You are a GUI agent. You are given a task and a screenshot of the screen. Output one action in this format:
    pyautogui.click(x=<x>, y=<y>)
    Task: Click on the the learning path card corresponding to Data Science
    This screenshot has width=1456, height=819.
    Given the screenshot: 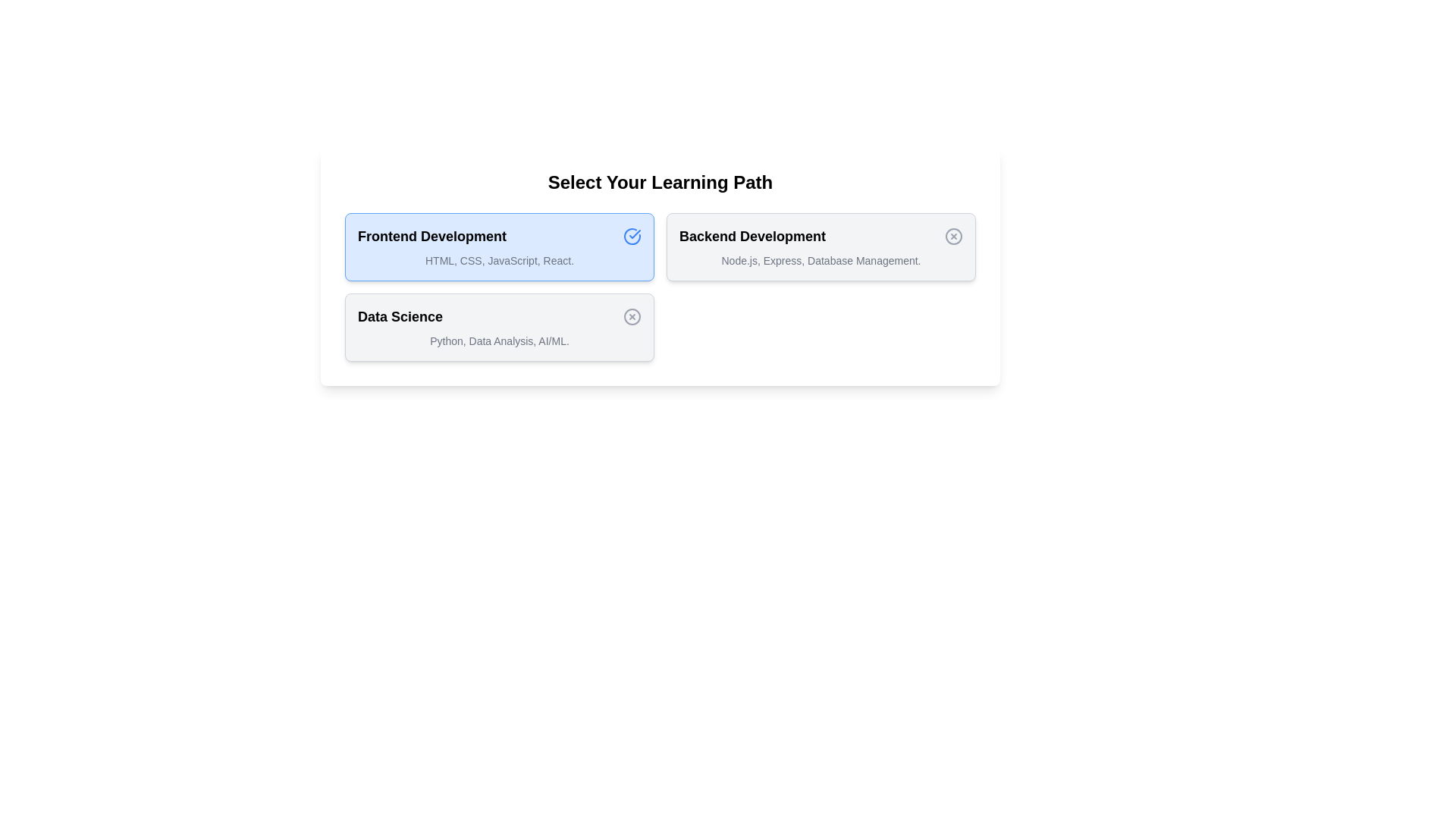 What is the action you would take?
    pyautogui.click(x=499, y=327)
    